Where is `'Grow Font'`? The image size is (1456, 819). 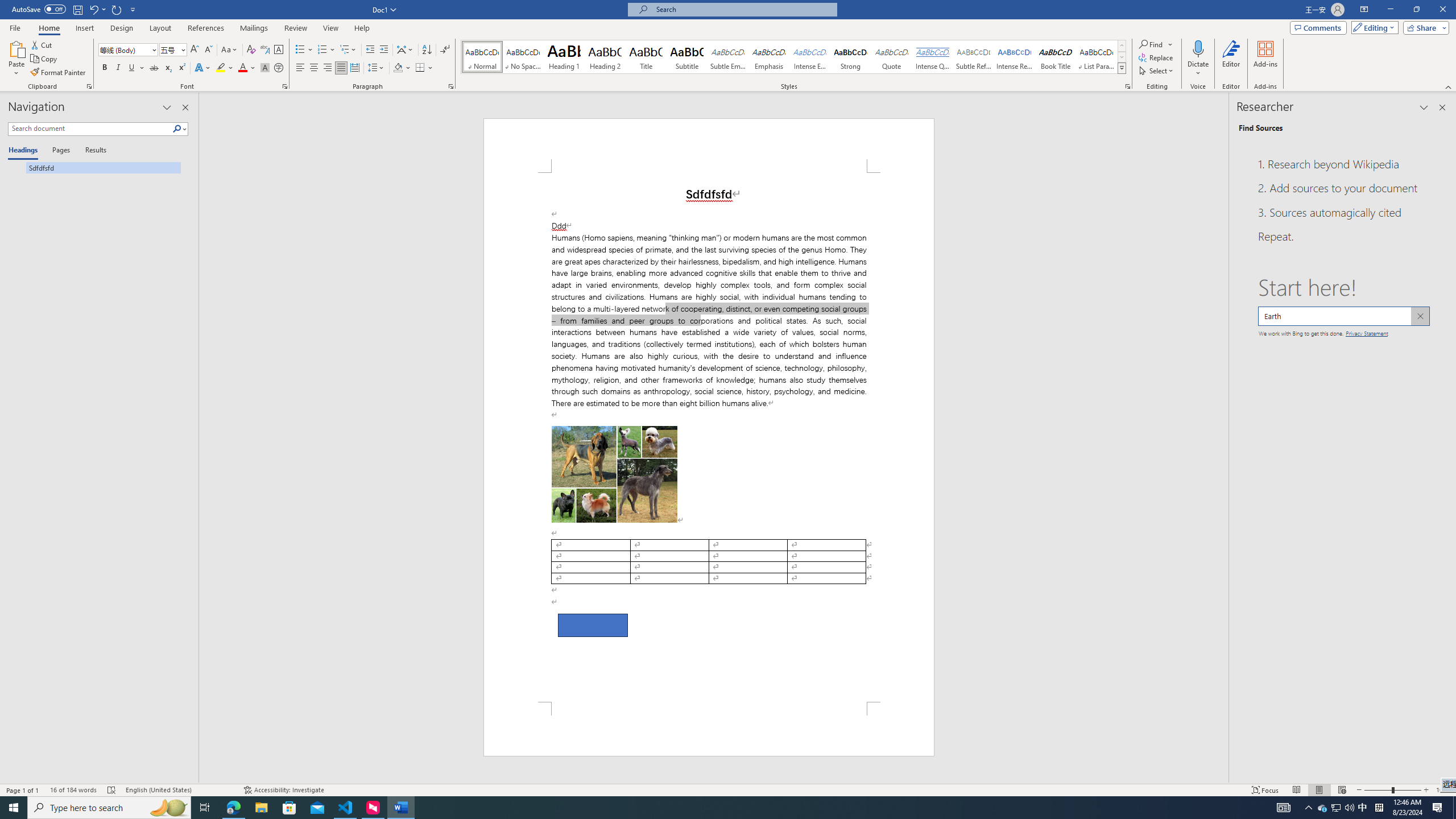
'Grow Font' is located at coordinates (194, 49).